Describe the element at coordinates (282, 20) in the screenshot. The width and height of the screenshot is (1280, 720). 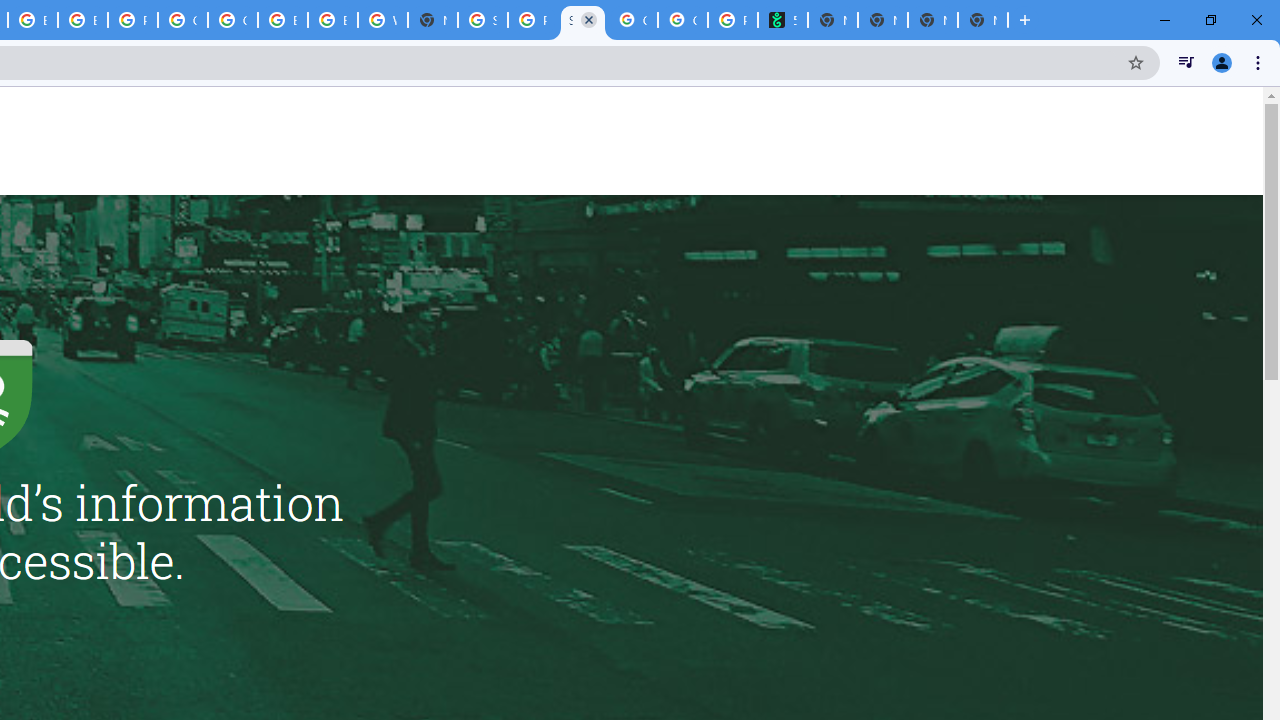
I see `'Browse Chrome as a guest - Computer - Google Chrome Help'` at that location.